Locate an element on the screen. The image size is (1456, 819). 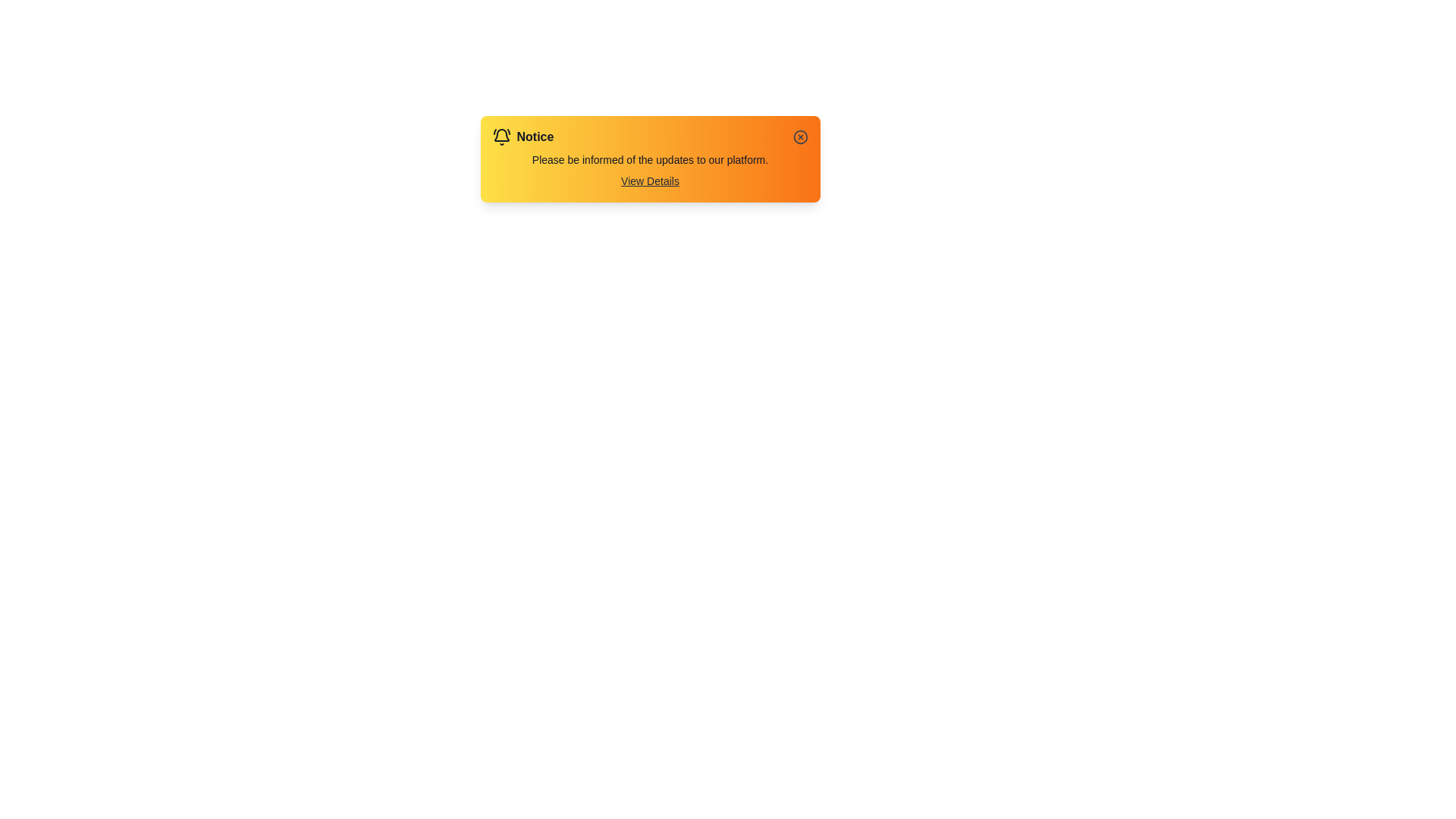
the close button of the notification is located at coordinates (799, 137).